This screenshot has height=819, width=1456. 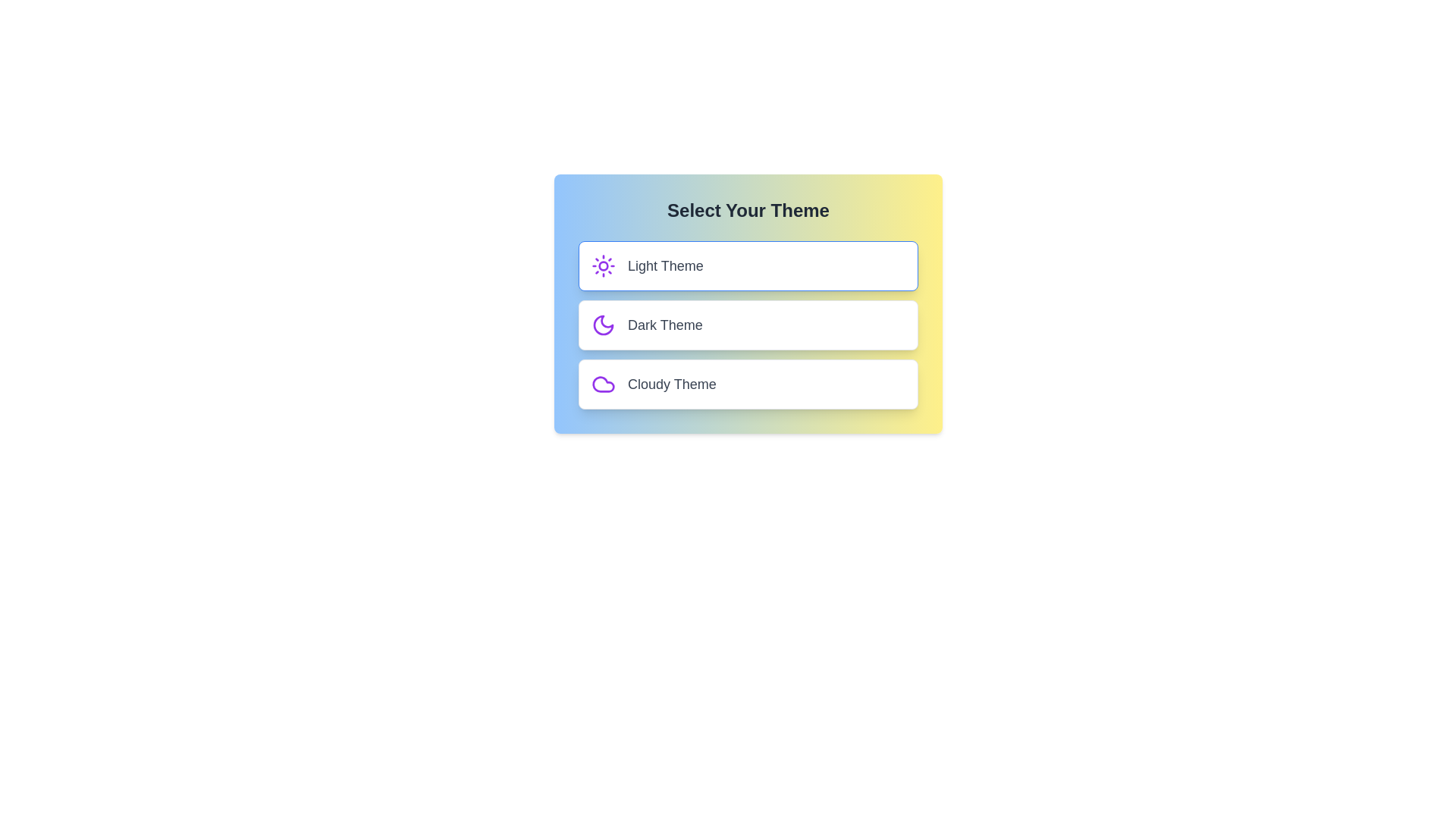 What do you see at coordinates (603, 324) in the screenshot?
I see `the decorative graphical icon representing the 'Dark Theme' choice, which is located to the left of the 'Dark Theme' text option in the middle option box of the theme options list` at bounding box center [603, 324].